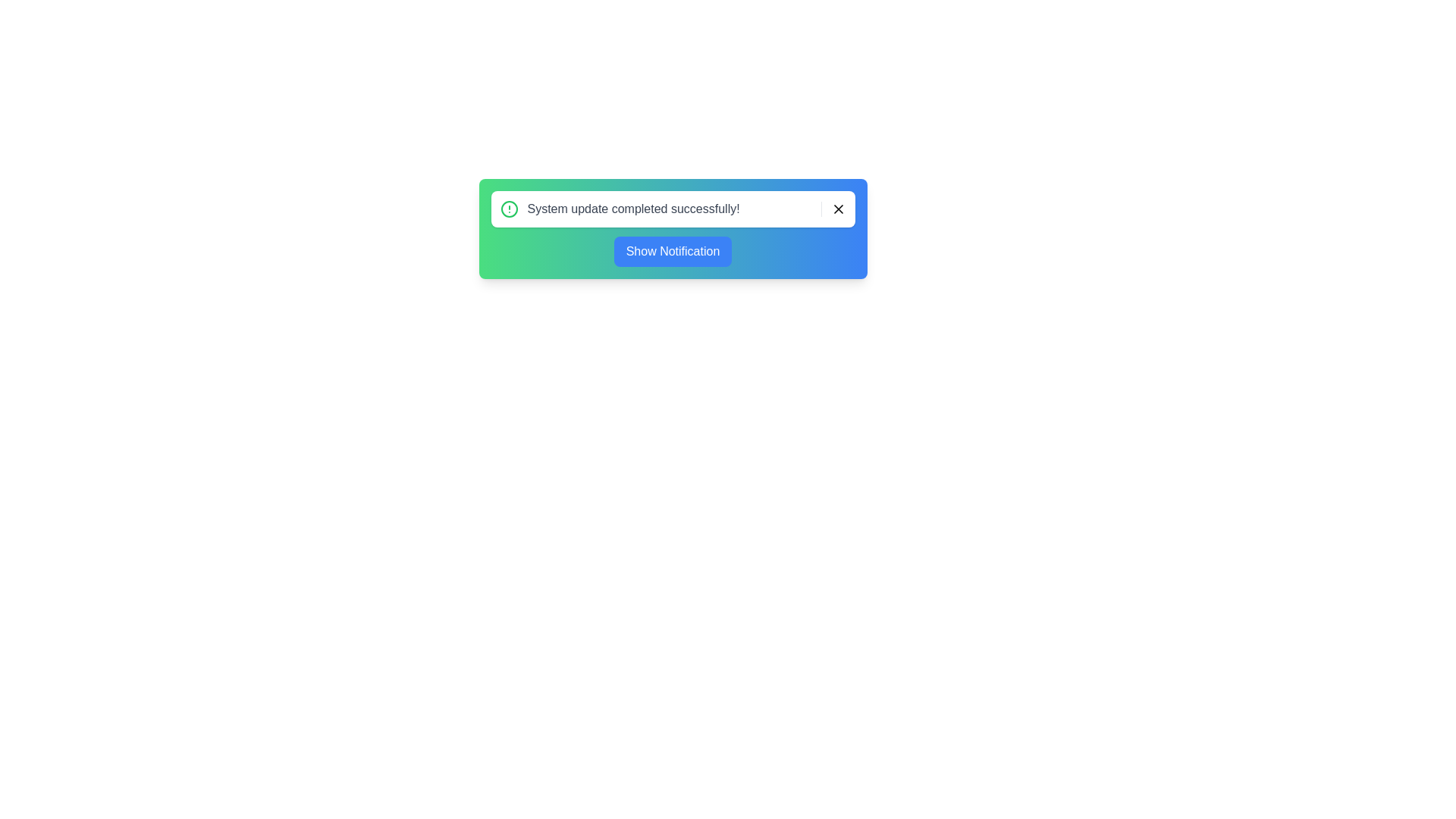  I want to click on the small square button with an X icon located at the end of the notification message that says 'System update completed successfully!', so click(833, 209).